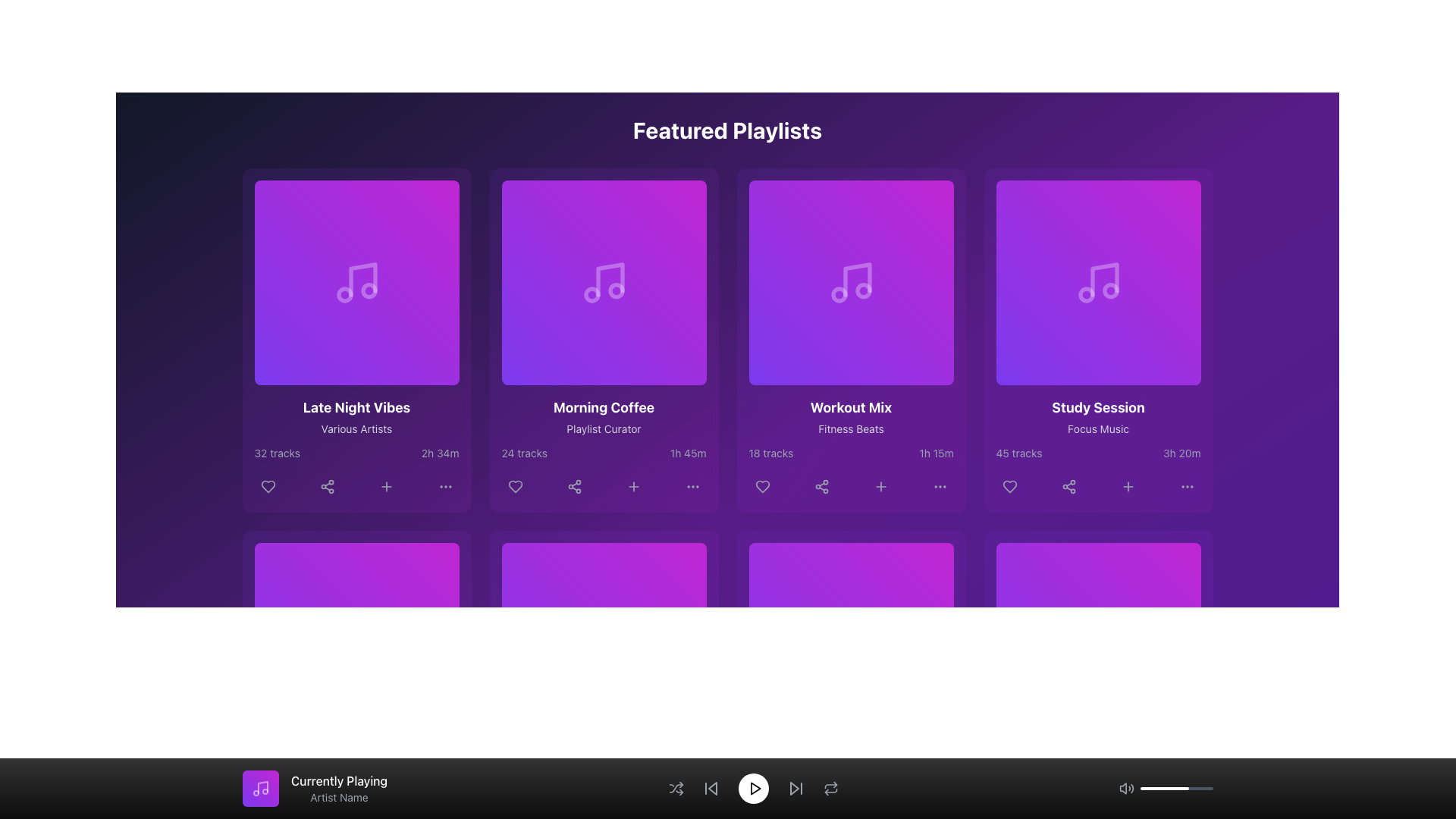 The image size is (1456, 819). Describe the element at coordinates (604, 283) in the screenshot. I see `the small play icon button, which is a white triangle pointing to the right, located centrally within the 'Morning Coffee' card in the 'Featured Playlists' section` at that location.